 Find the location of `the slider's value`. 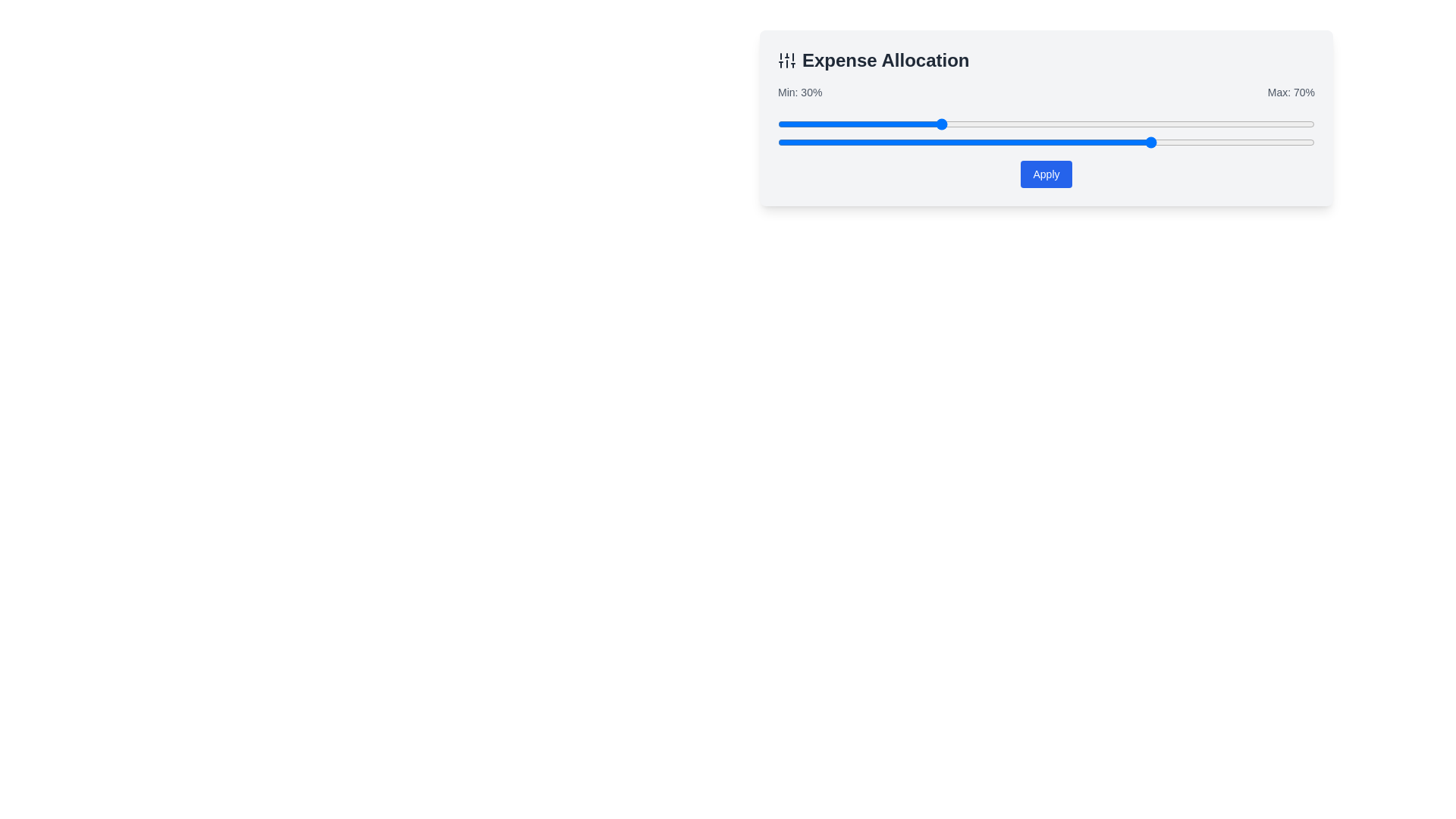

the slider's value is located at coordinates (1014, 143).